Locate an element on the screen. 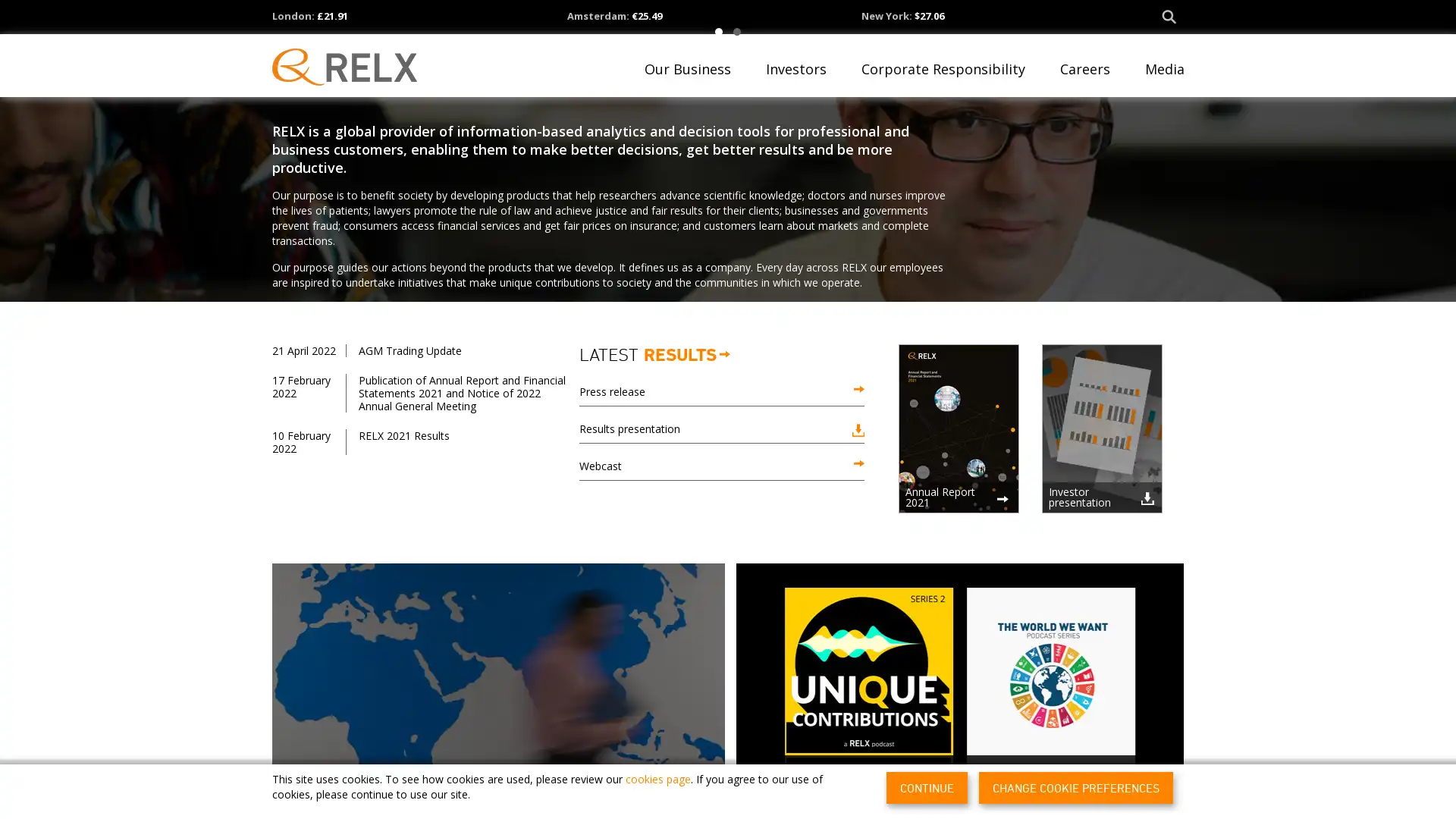 The image size is (1456, 819). 1 is located at coordinates (718, 32).